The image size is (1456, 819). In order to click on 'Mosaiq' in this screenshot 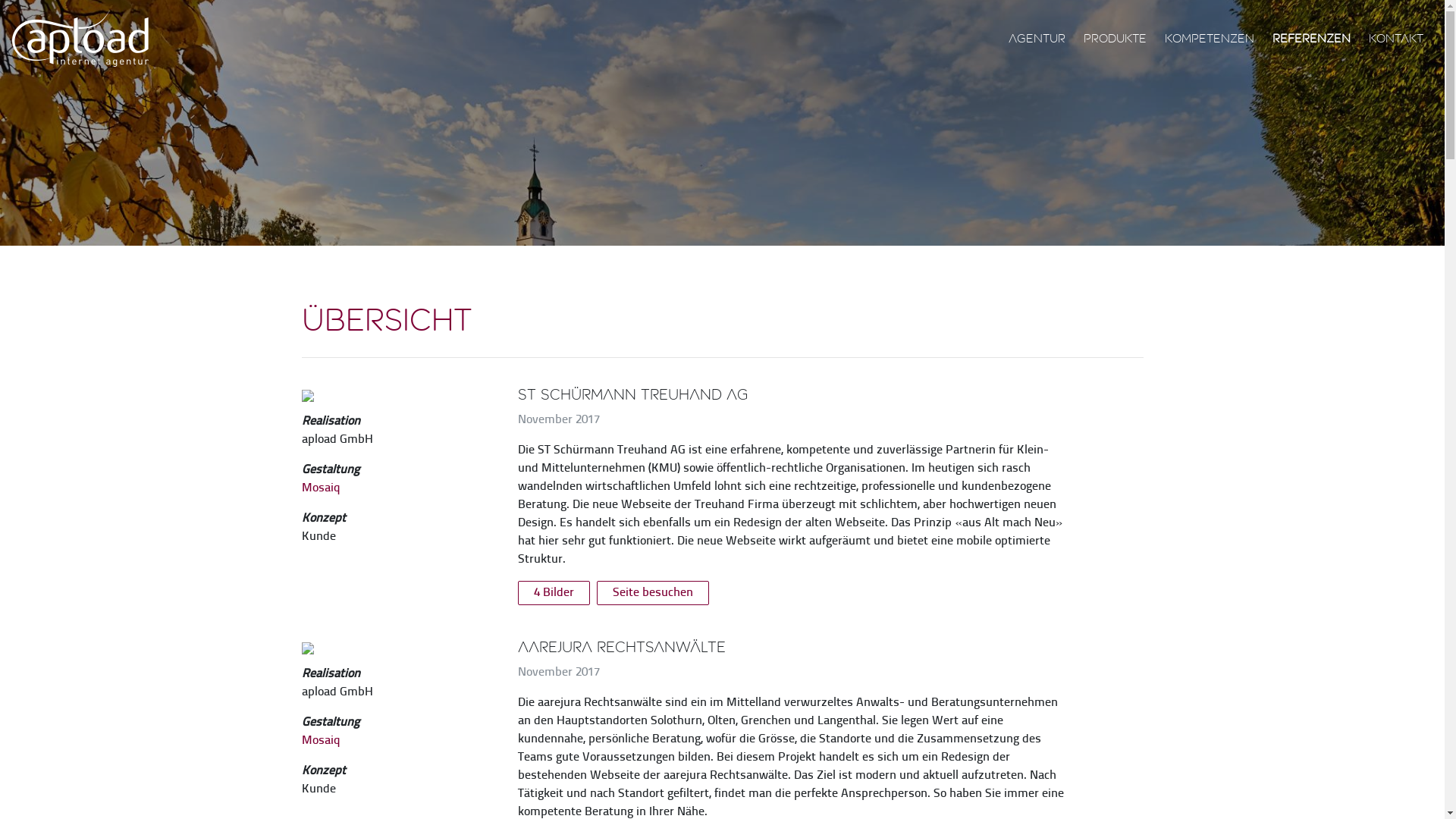, I will do `click(320, 739)`.